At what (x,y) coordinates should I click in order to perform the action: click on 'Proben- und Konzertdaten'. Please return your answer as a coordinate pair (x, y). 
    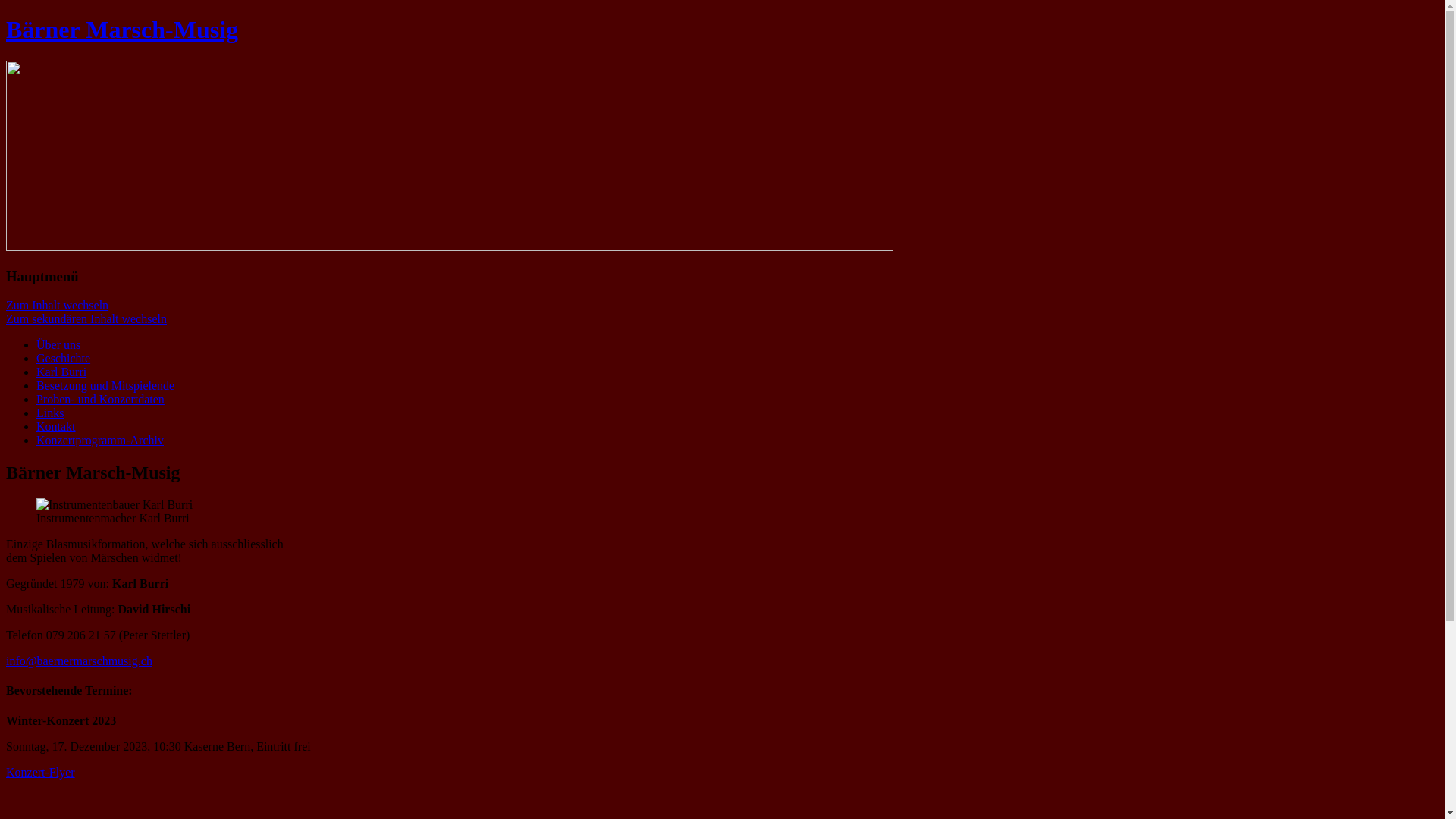
    Looking at the image, I should click on (99, 398).